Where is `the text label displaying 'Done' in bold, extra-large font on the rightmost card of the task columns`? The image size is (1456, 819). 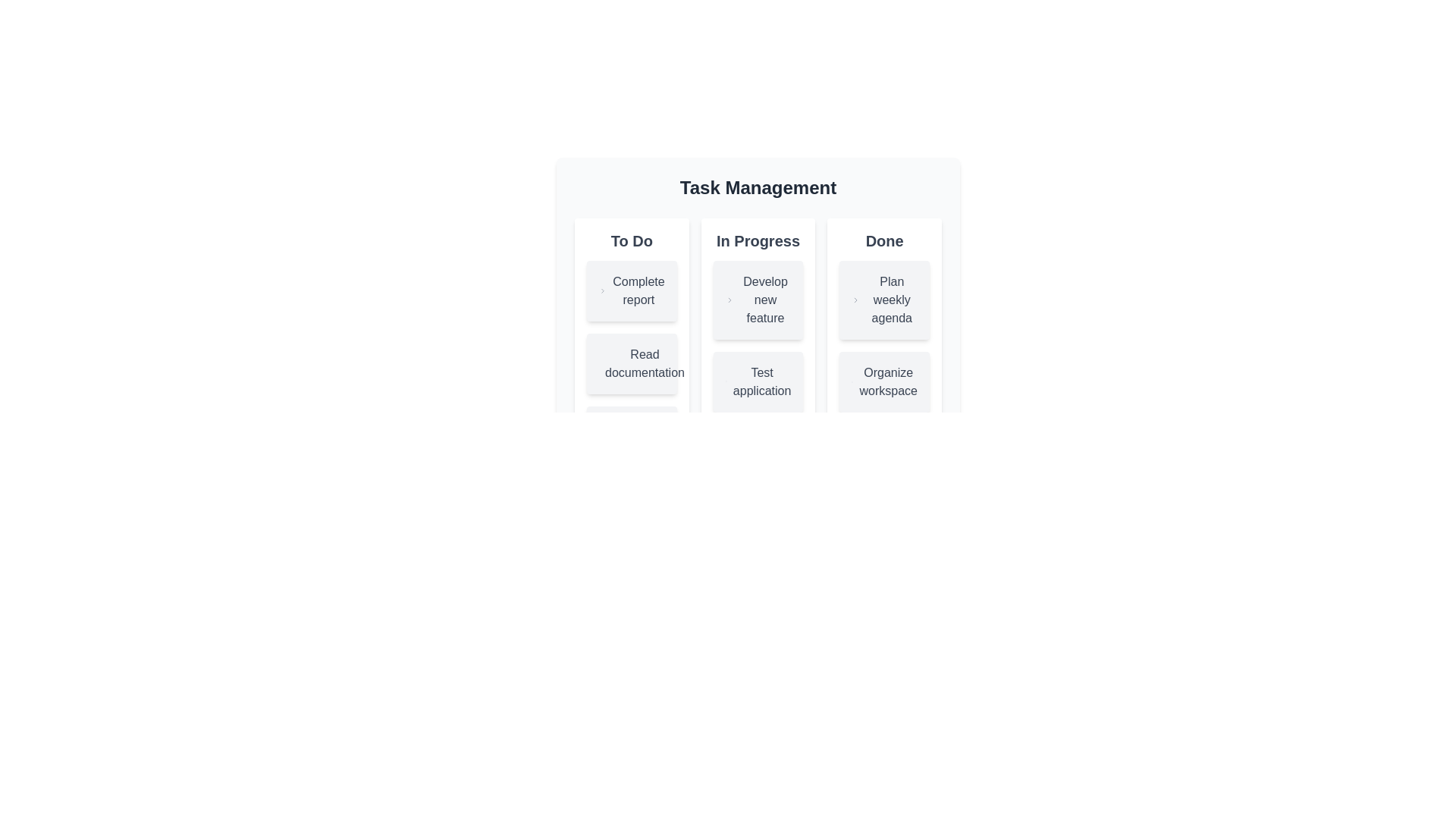 the text label displaying 'Done' in bold, extra-large font on the rightmost card of the task columns is located at coordinates (884, 240).